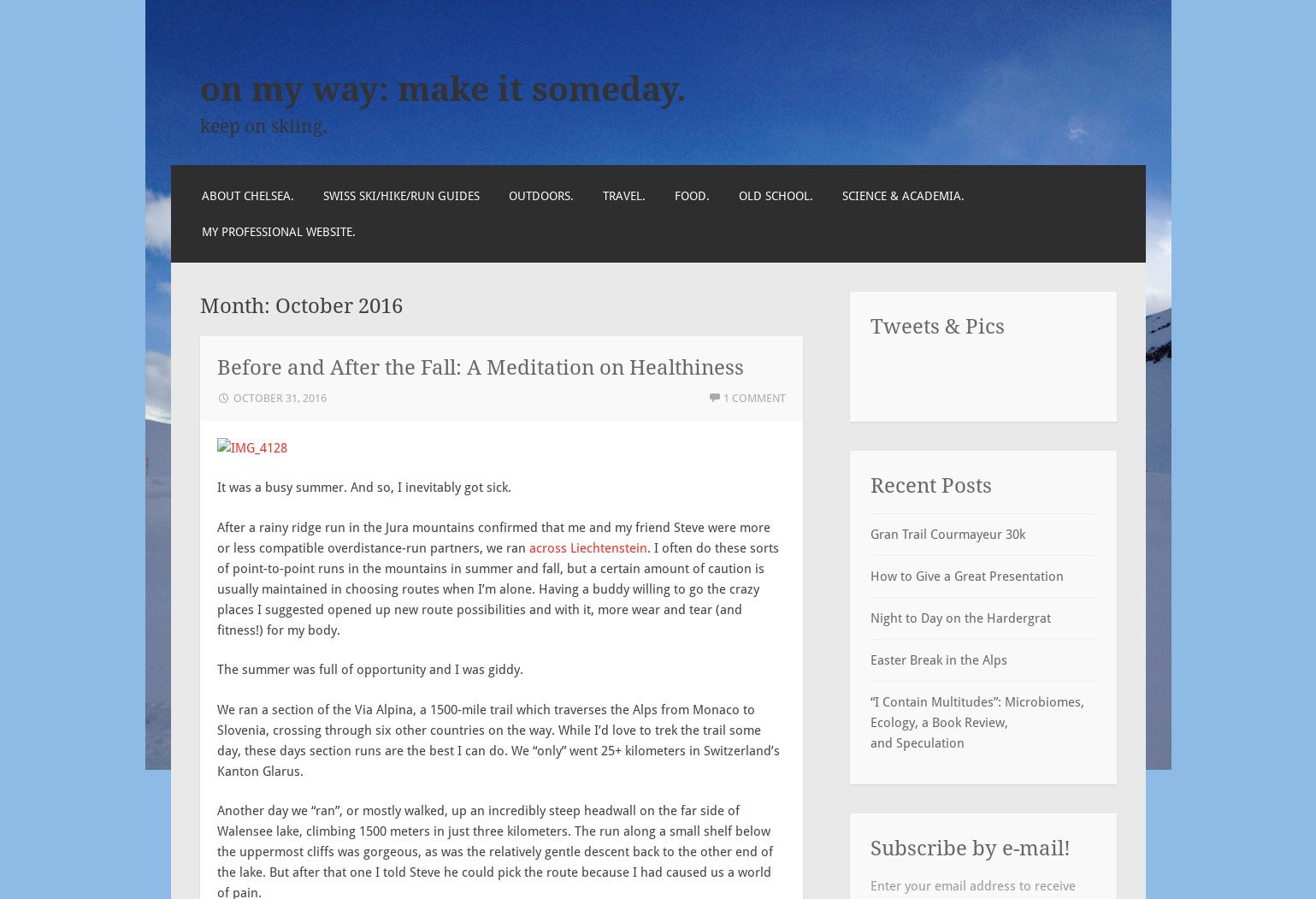  I want to click on 'Tweets & Pics', so click(935, 325).